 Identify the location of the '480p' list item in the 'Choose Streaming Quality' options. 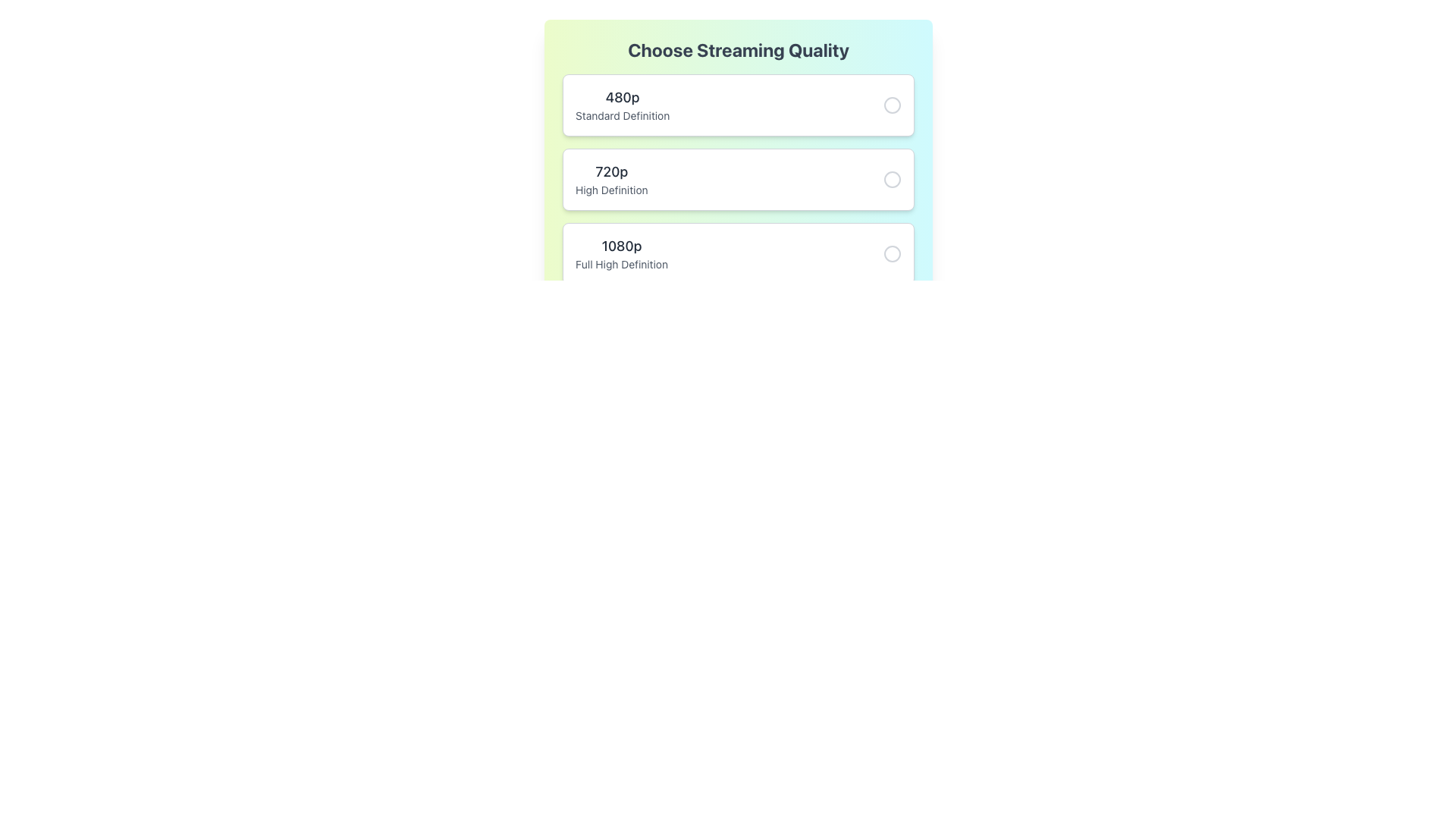
(623, 104).